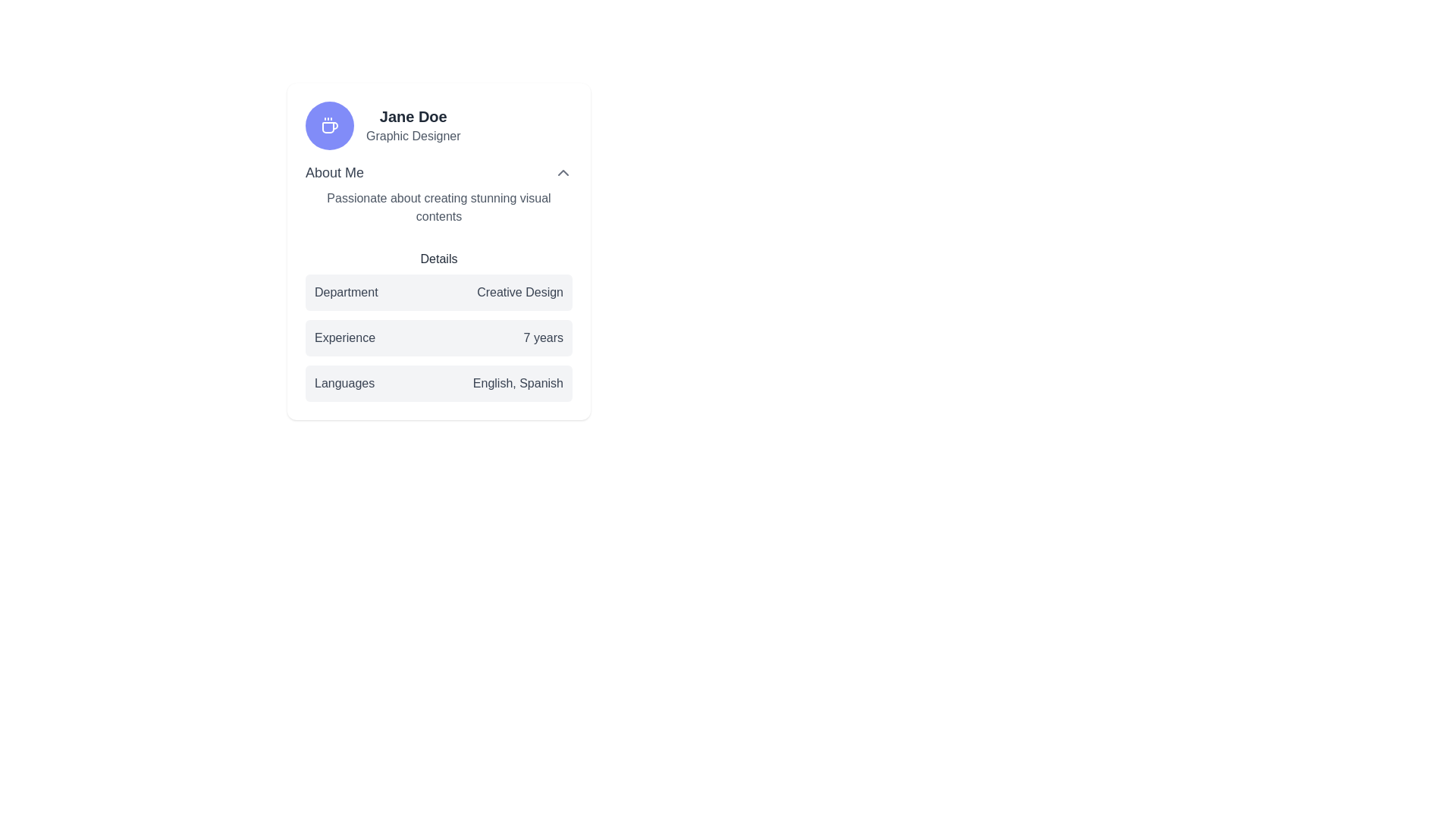  What do you see at coordinates (438, 382) in the screenshot?
I see `the Informational bar, which is the third item in a vertical stack below 'Department' and 'Experience'` at bounding box center [438, 382].